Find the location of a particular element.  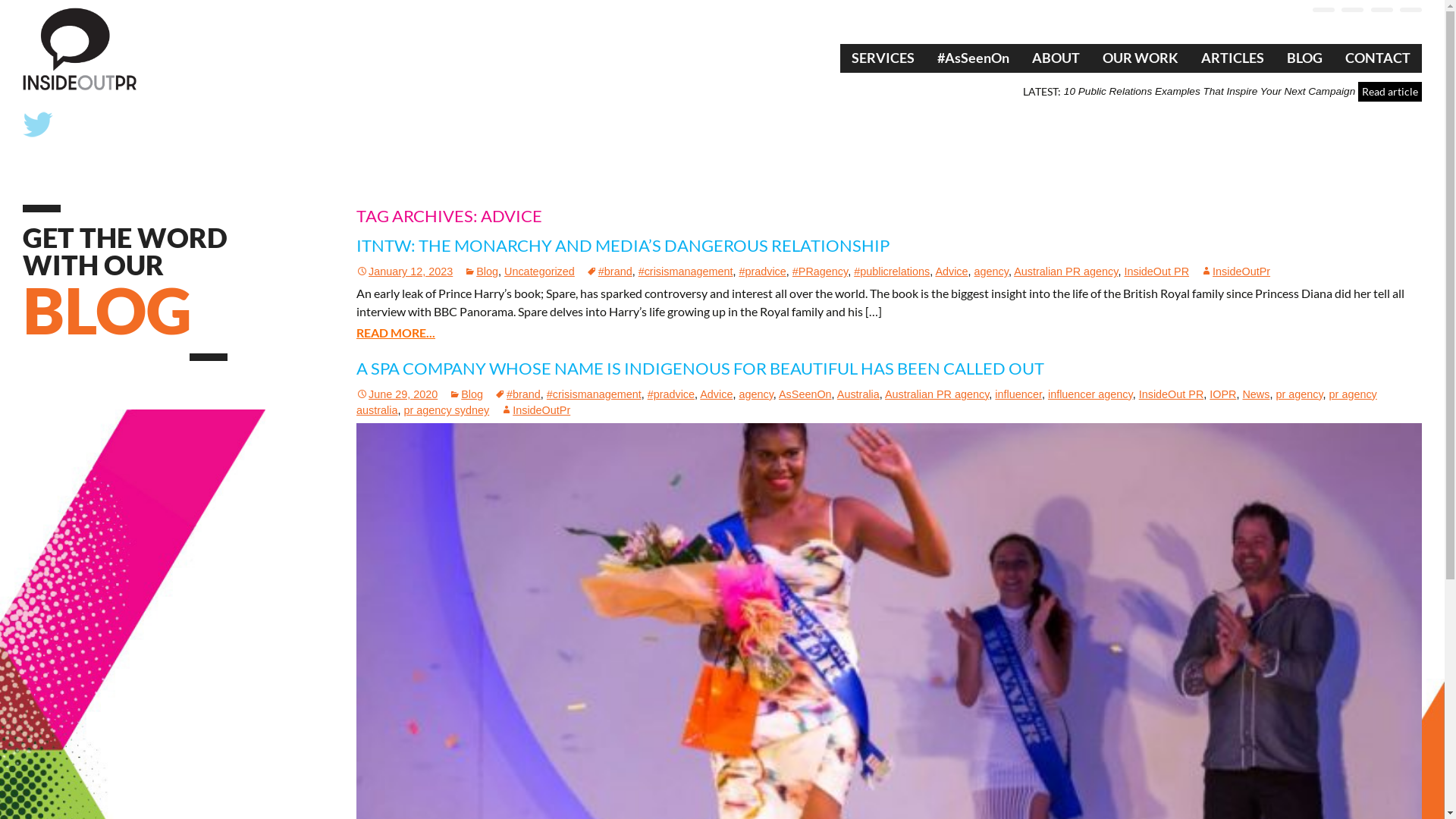

'Read article' is located at coordinates (1357, 91).